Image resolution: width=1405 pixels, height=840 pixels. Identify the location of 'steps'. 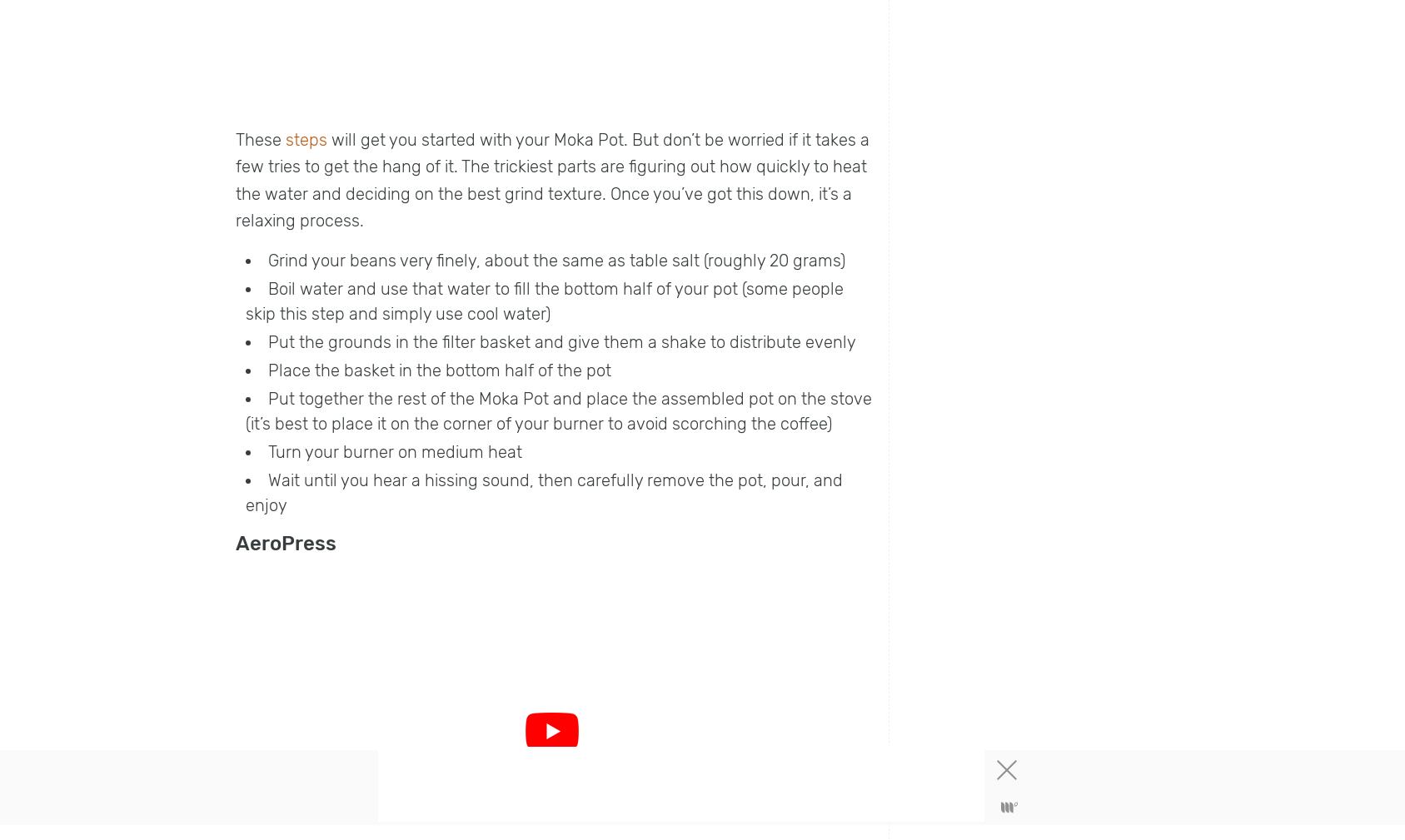
(306, 137).